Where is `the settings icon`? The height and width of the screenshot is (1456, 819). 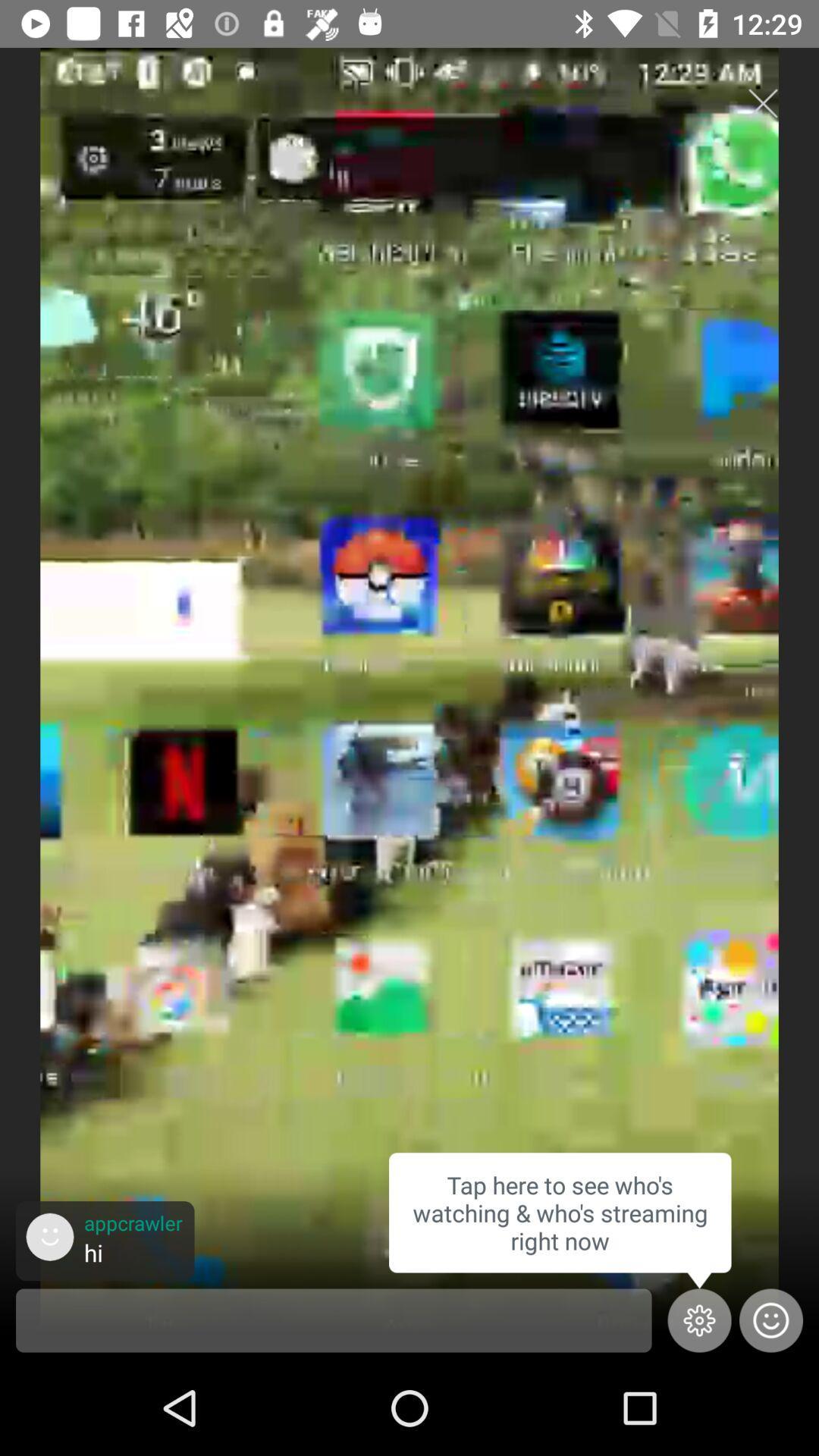
the settings icon is located at coordinates (699, 1319).